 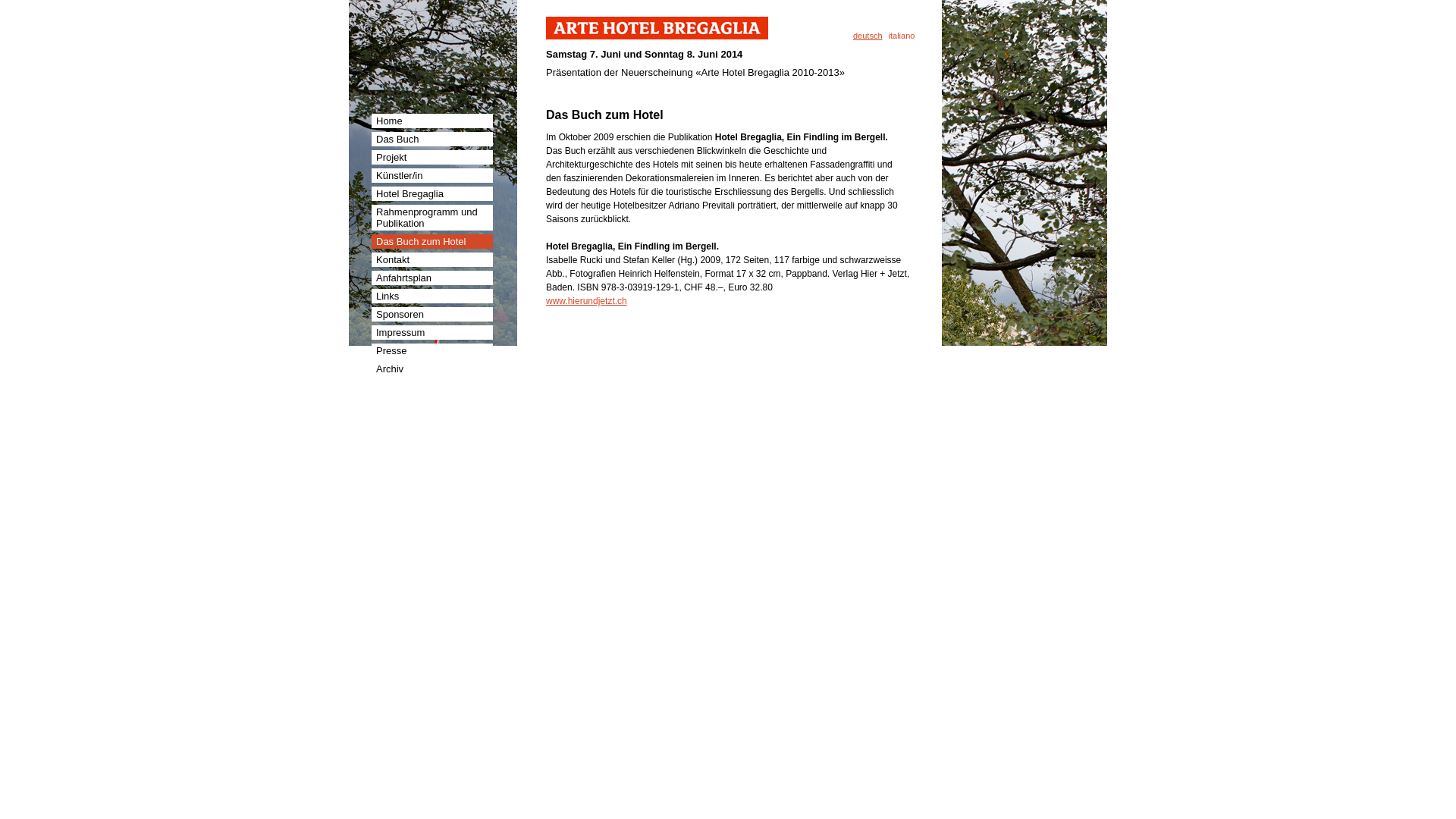 I want to click on 'Presse', so click(x=431, y=350).